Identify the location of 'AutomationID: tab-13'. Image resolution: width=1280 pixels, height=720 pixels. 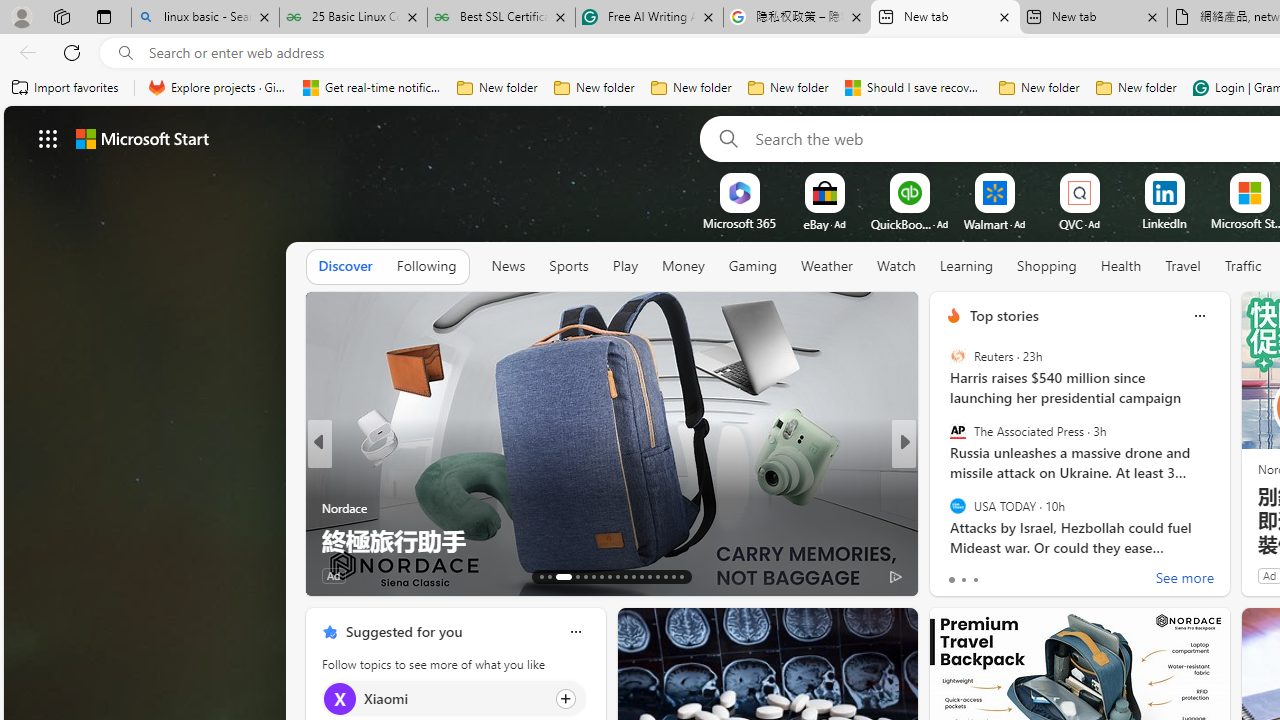
(542, 577).